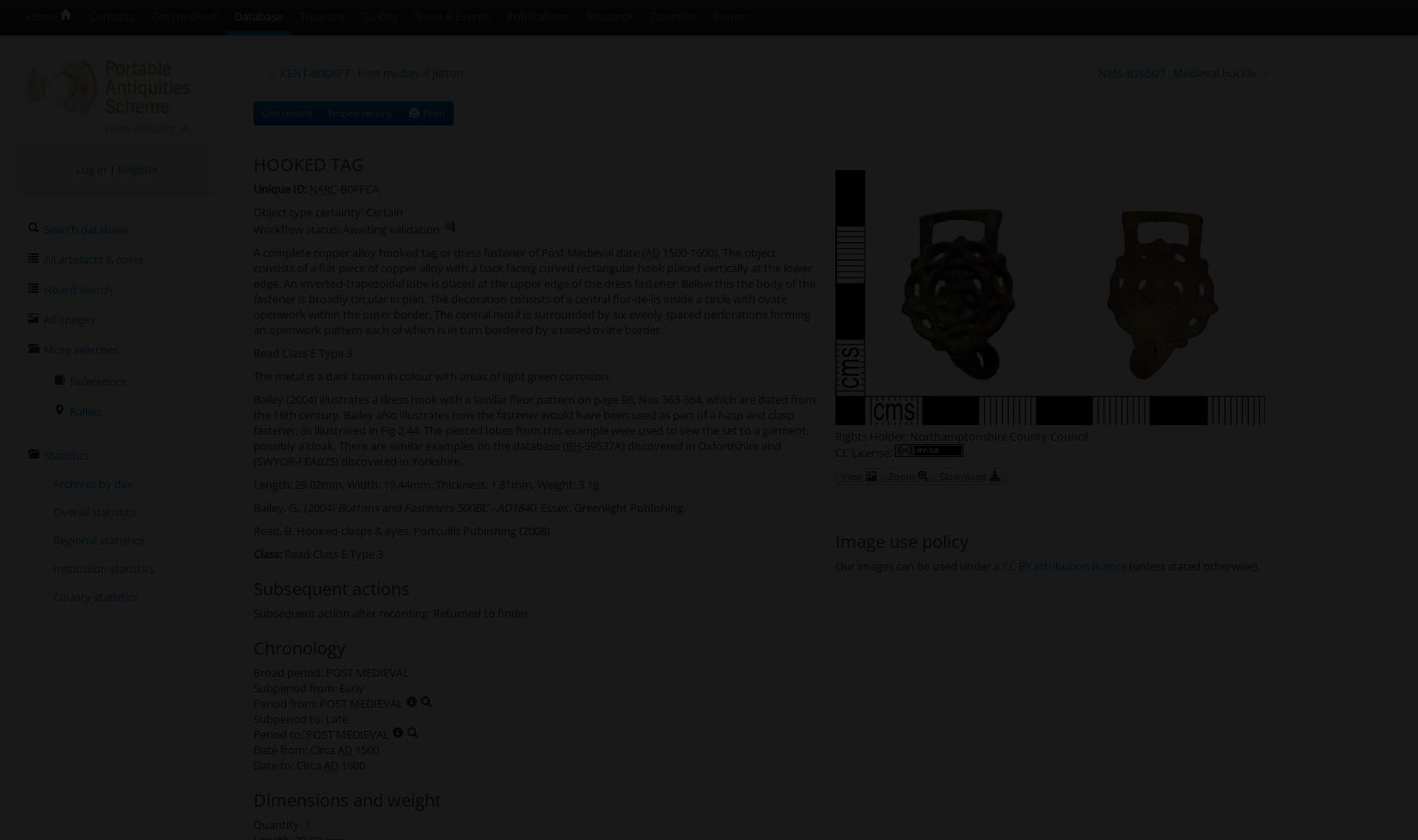 The width and height of the screenshot is (1418, 840). I want to click on '1600', so click(339, 764).